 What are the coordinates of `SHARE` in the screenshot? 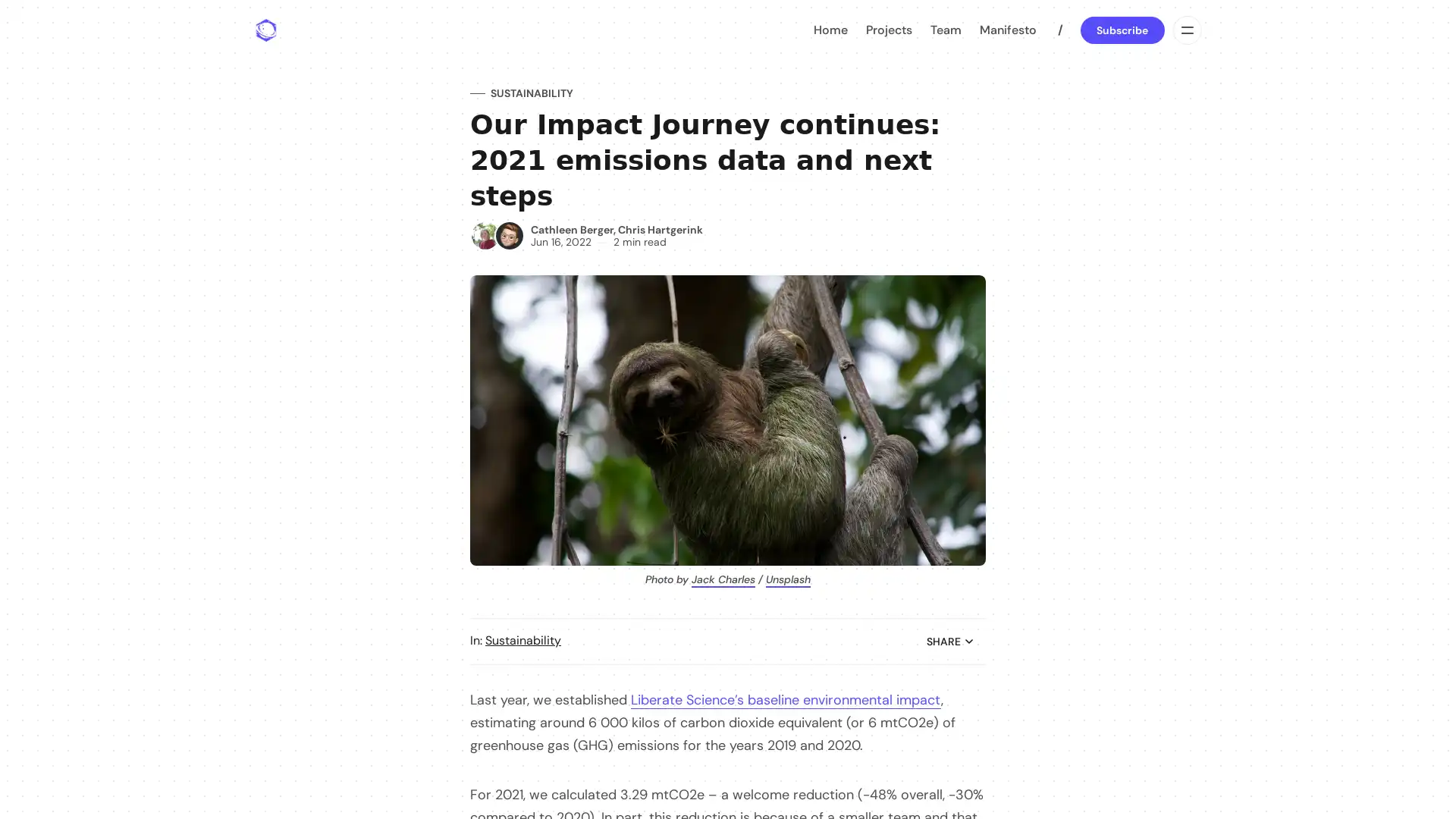 It's located at (949, 641).